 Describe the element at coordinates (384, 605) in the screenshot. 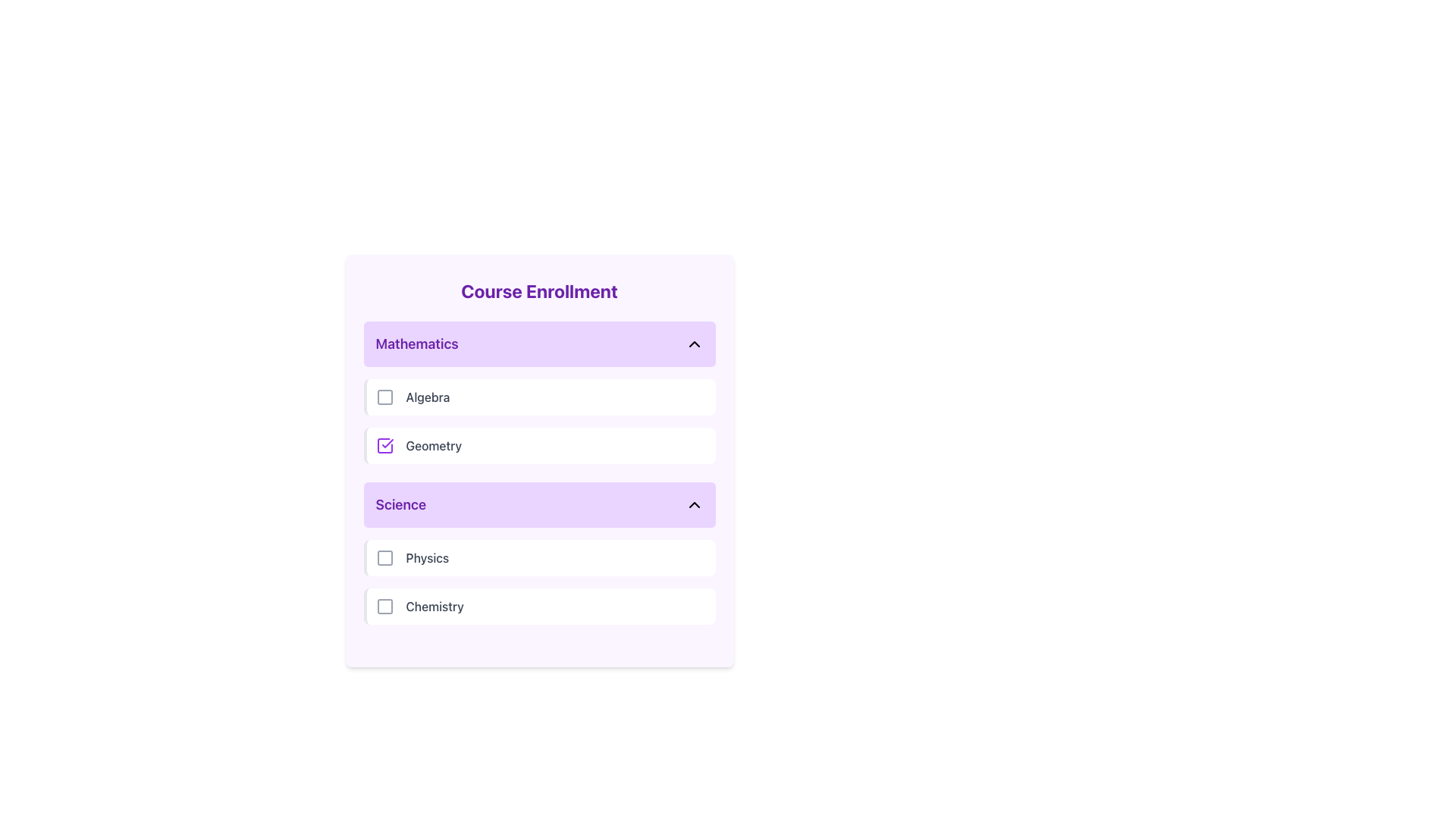

I see `the Checkbox Checked Indicator for the 'Chemistry' course` at that location.